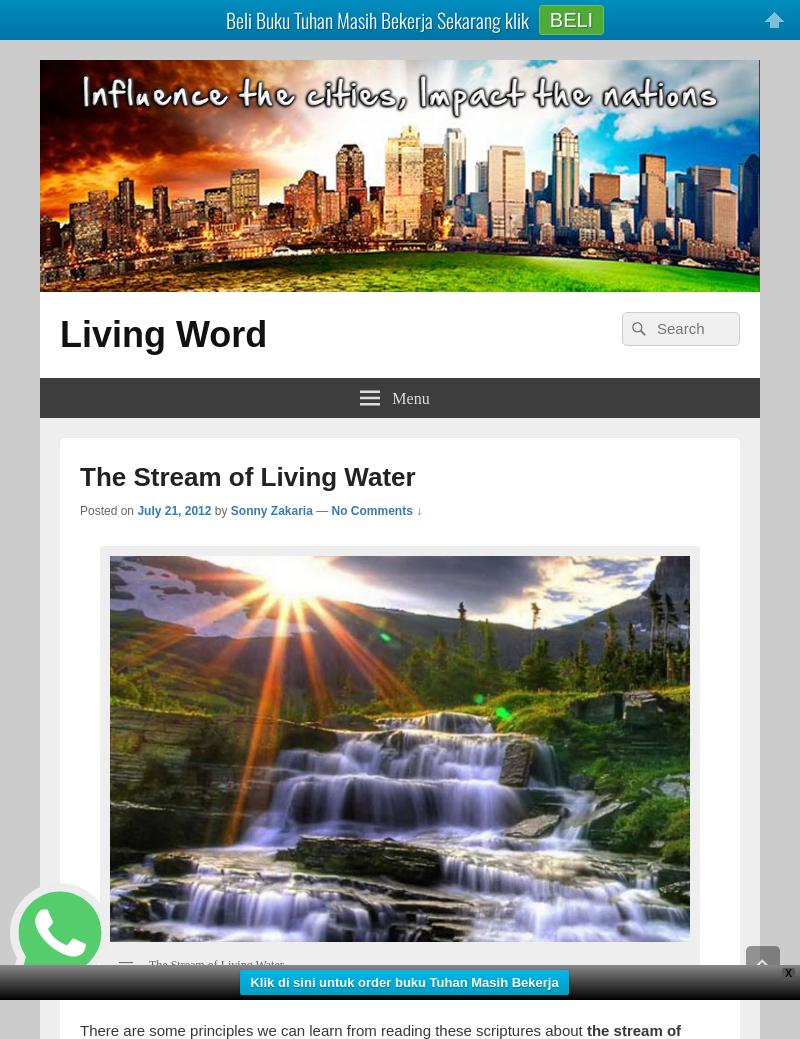 The width and height of the screenshot is (800, 1039). What do you see at coordinates (107, 509) in the screenshot?
I see `'Posted on'` at bounding box center [107, 509].